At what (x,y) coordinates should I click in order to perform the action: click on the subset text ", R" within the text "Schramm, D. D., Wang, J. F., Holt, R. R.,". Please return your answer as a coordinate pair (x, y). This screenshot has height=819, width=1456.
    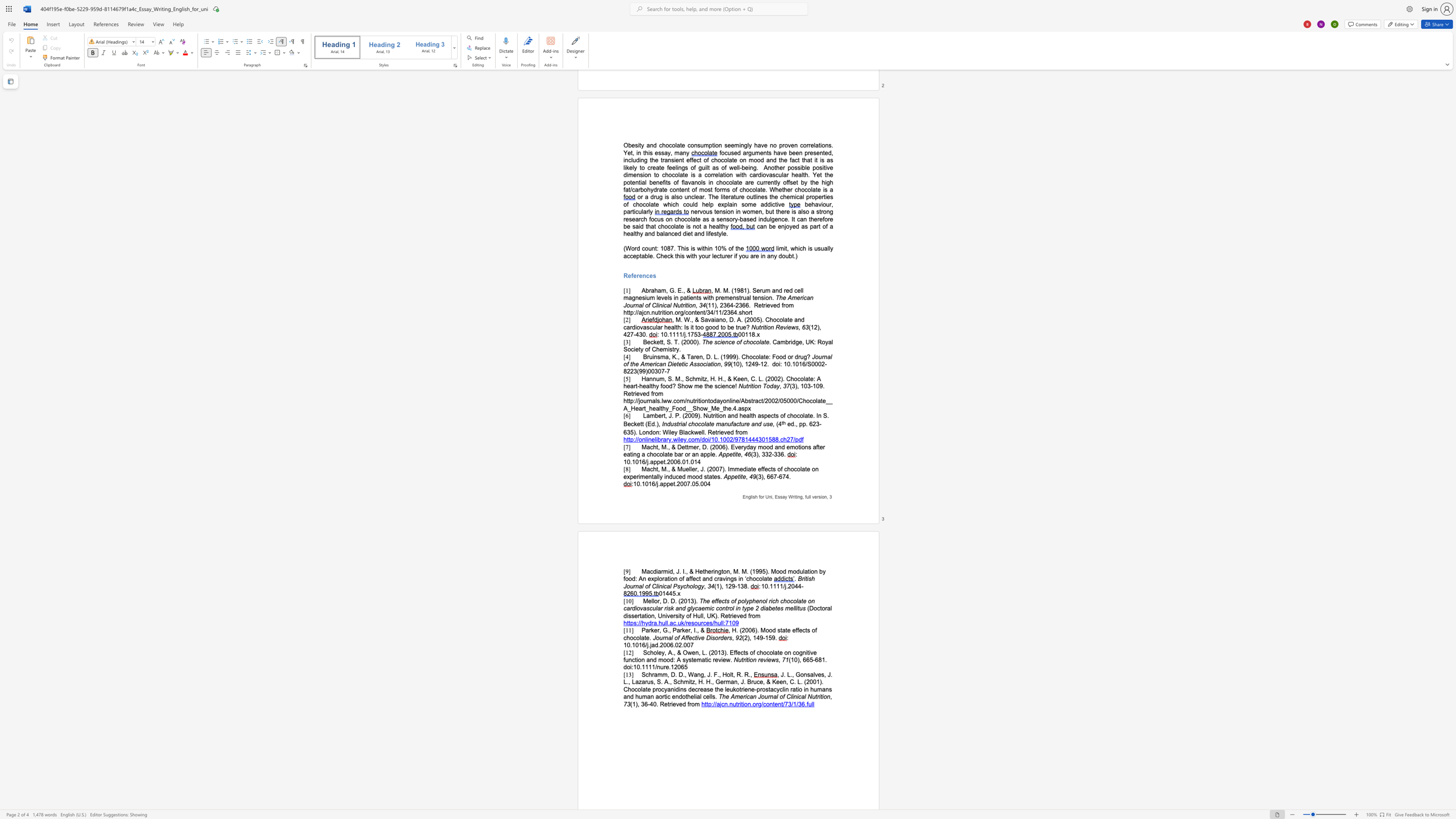
    Looking at the image, I should click on (733, 674).